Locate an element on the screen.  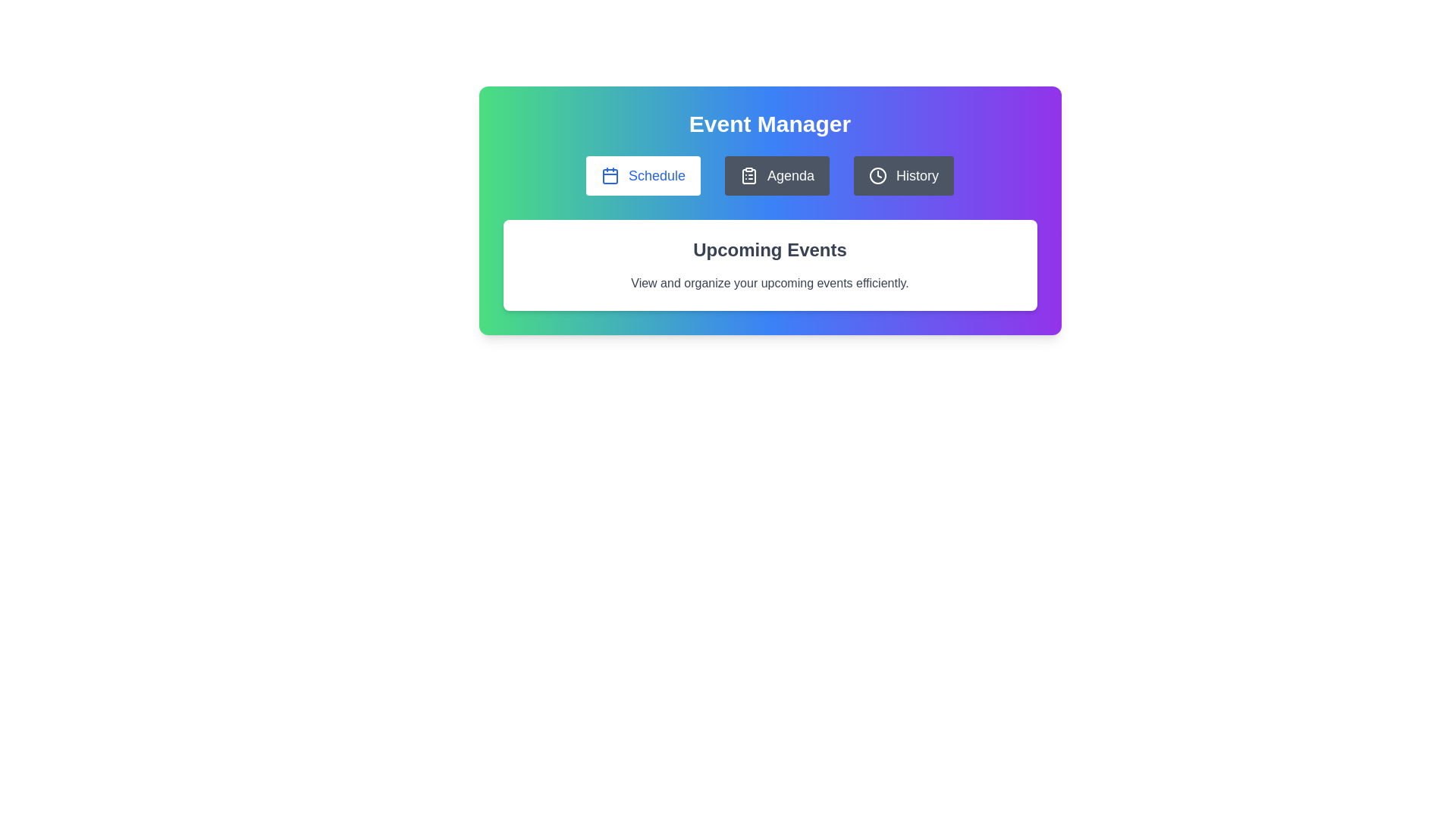
the Circle icon in the center of the clock icon, which is part of the 'History' button, to access the 'History' functionality is located at coordinates (878, 174).